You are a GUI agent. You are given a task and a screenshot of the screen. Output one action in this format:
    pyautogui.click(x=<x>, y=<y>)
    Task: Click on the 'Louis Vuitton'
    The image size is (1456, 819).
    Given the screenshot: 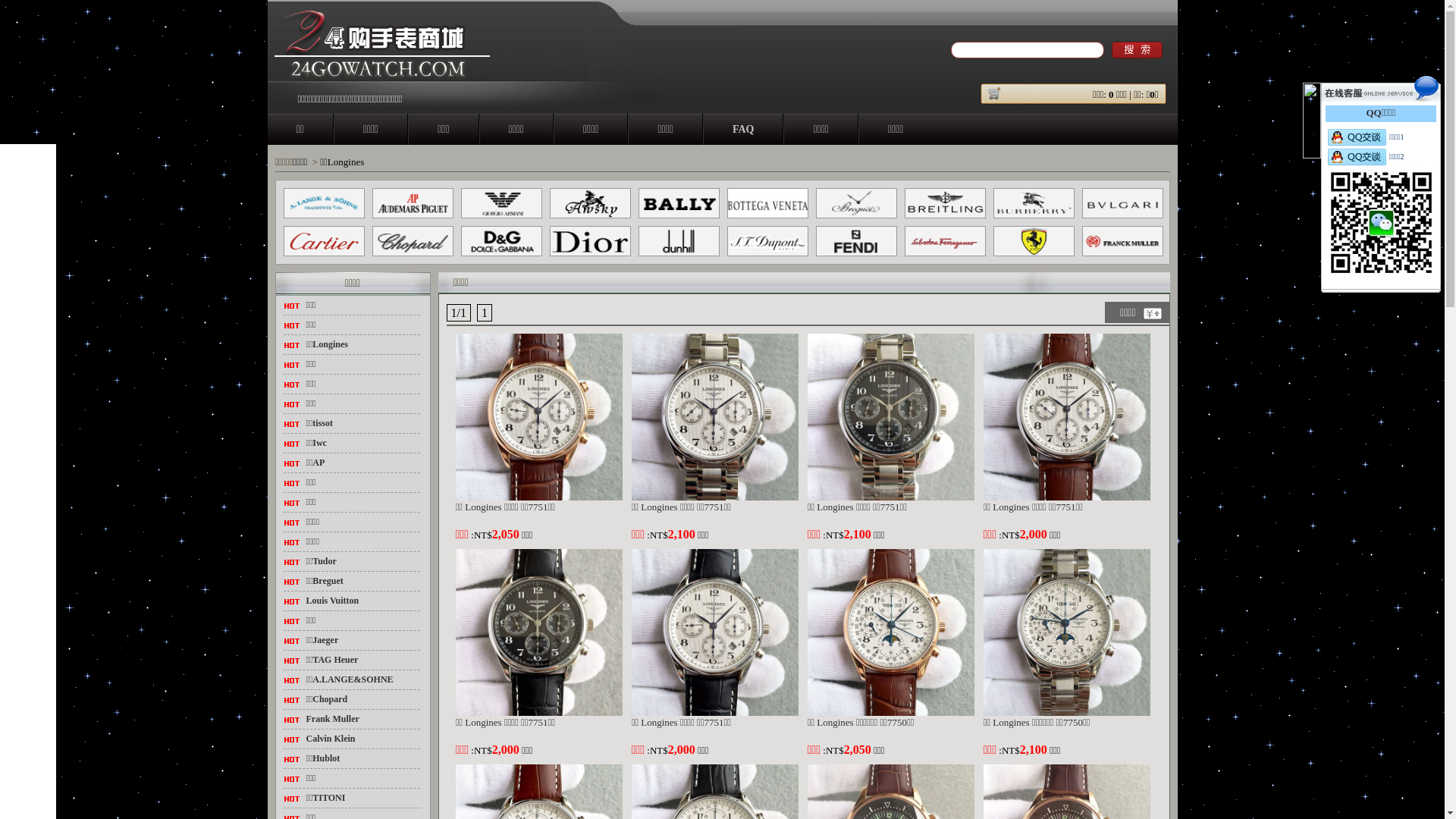 What is the action you would take?
    pyautogui.click(x=331, y=599)
    